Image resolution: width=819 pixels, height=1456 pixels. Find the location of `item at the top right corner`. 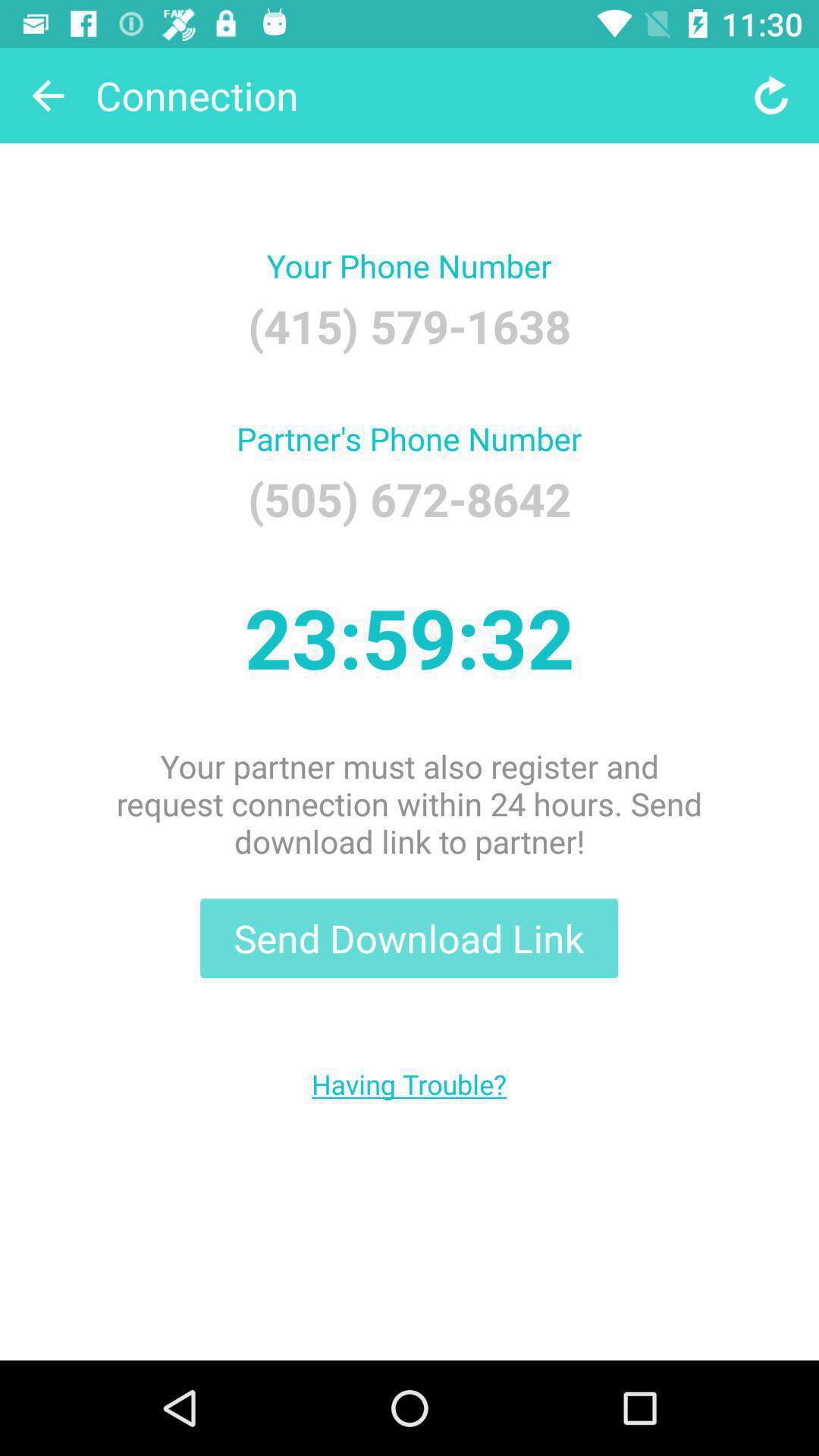

item at the top right corner is located at coordinates (771, 94).